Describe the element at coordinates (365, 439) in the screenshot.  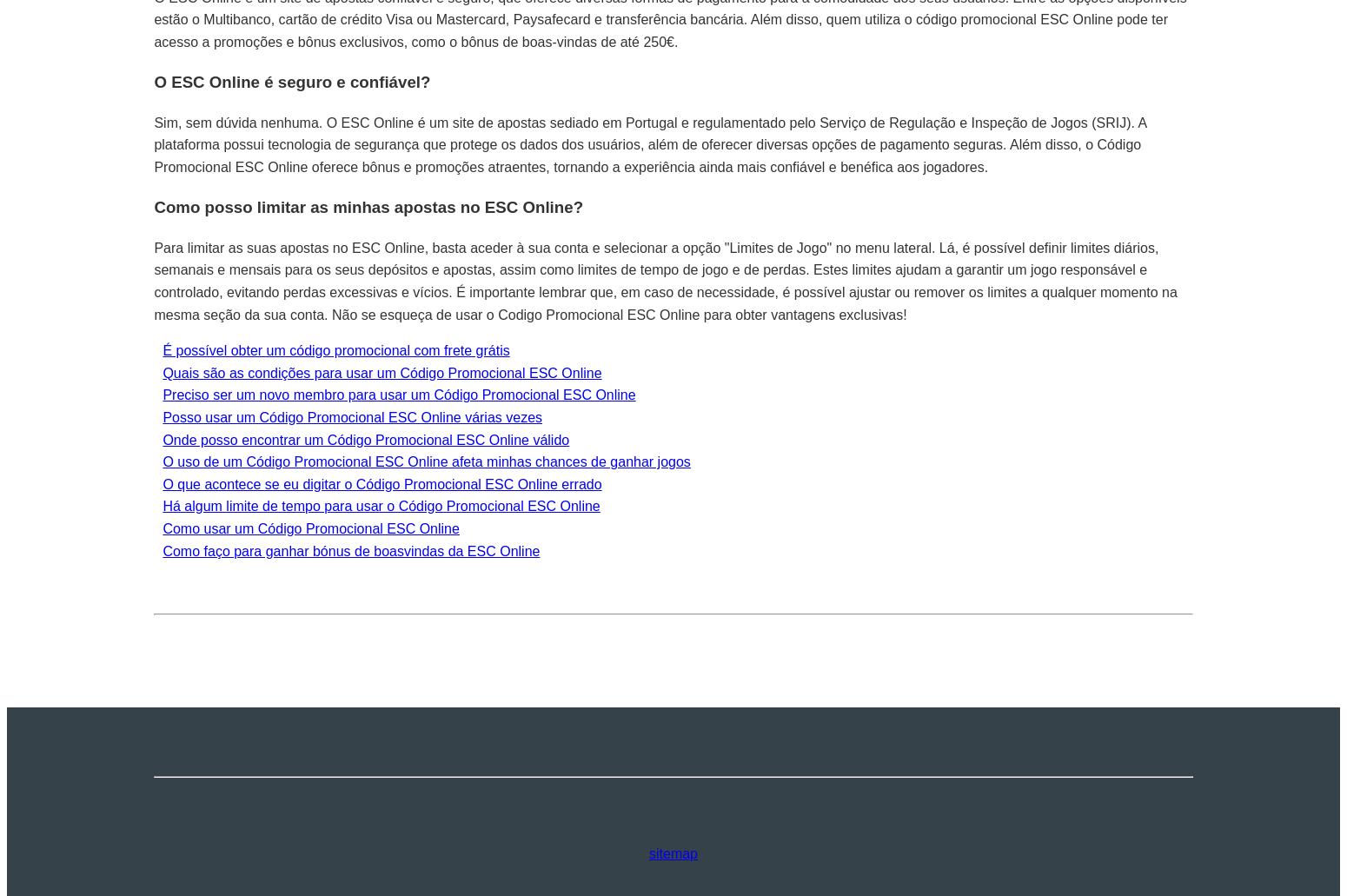
I see `'Onde posso encontrar um Código Promocional ESC Online válido'` at that location.